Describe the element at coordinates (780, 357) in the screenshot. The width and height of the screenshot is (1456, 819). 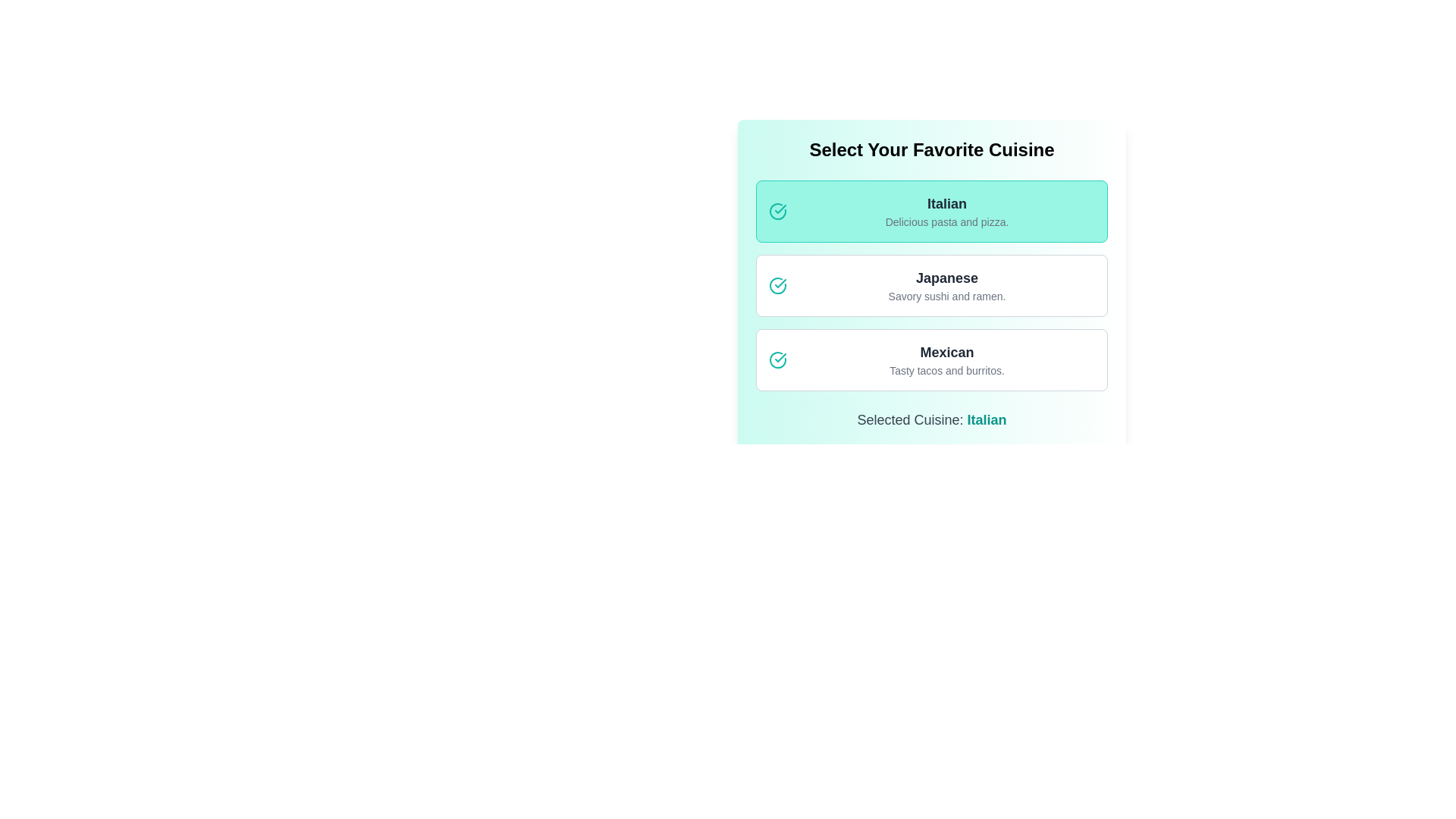
I see `the circular icon that indicates the selection of the 'Japanese' cuisine option, which is located to the left of the 'Japanese' cuisine option in the list` at that location.